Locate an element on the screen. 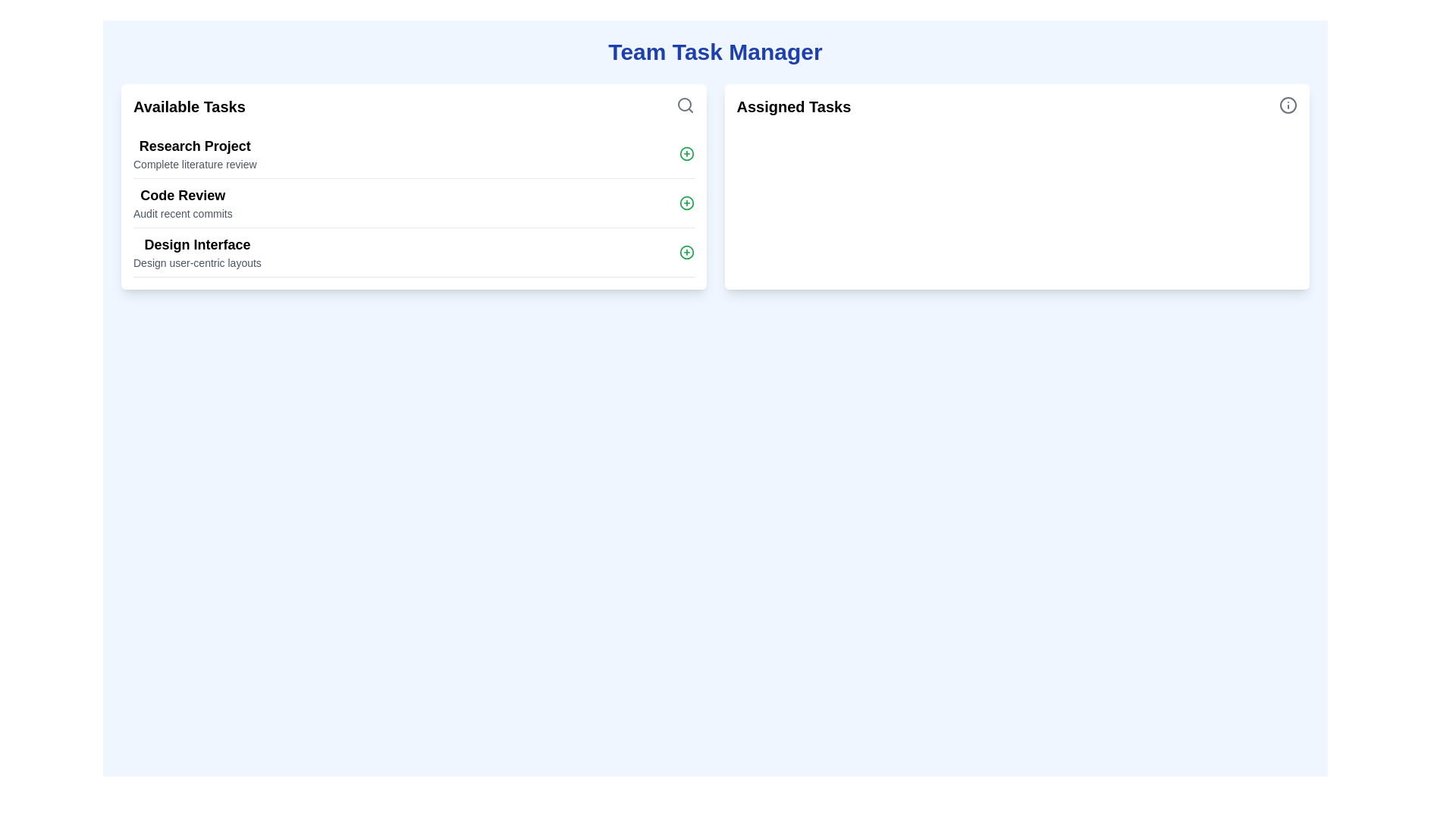 This screenshot has width=1456, height=819. the decorative circle element in the SVG representing the search icon located at the top-right corner of the 'Available Tasks' card is located at coordinates (683, 104).